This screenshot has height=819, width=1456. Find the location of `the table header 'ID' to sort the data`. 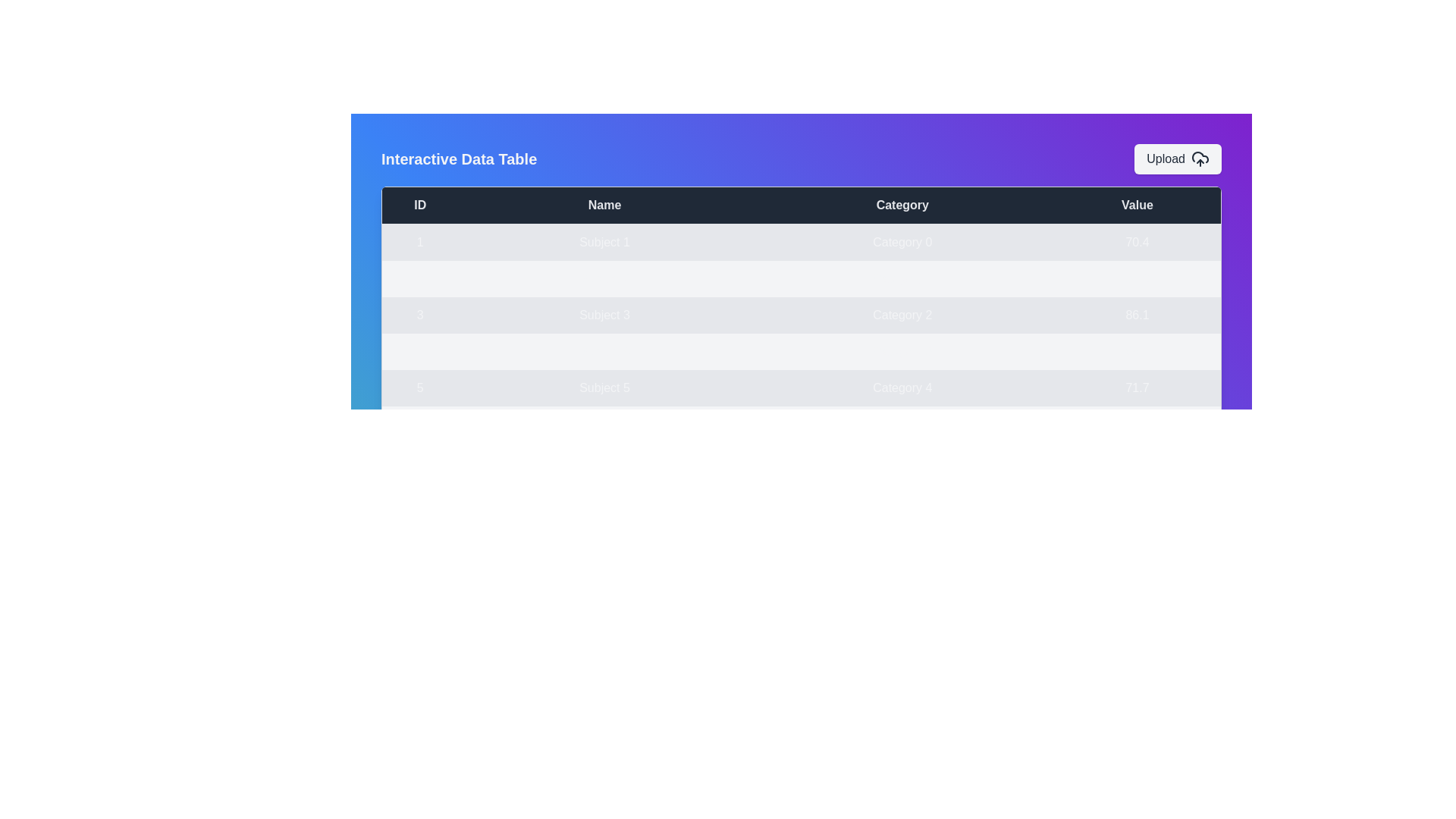

the table header 'ID' to sort the data is located at coordinates (419, 205).